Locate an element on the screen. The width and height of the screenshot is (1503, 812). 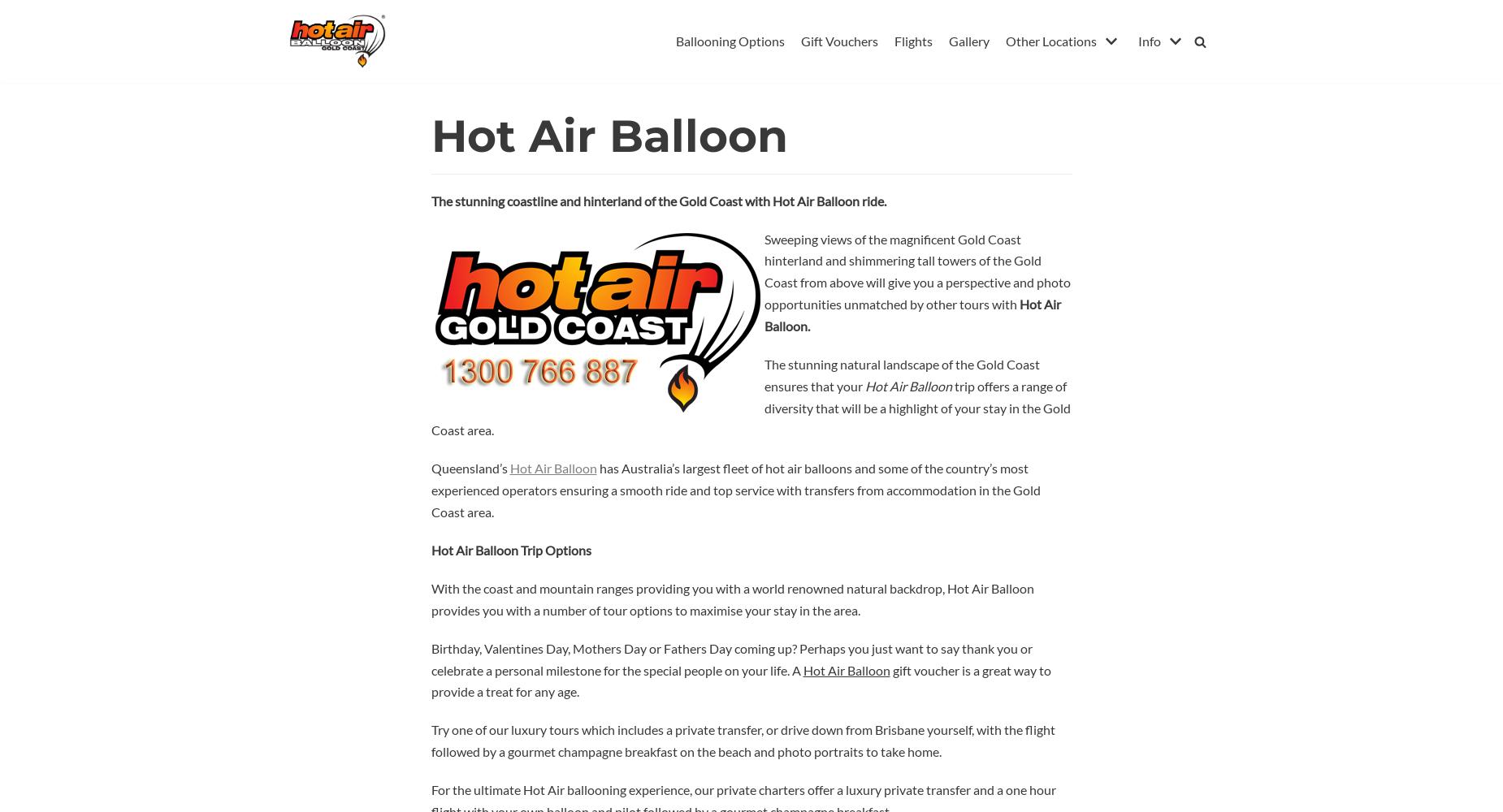
'Flights' is located at coordinates (912, 41).